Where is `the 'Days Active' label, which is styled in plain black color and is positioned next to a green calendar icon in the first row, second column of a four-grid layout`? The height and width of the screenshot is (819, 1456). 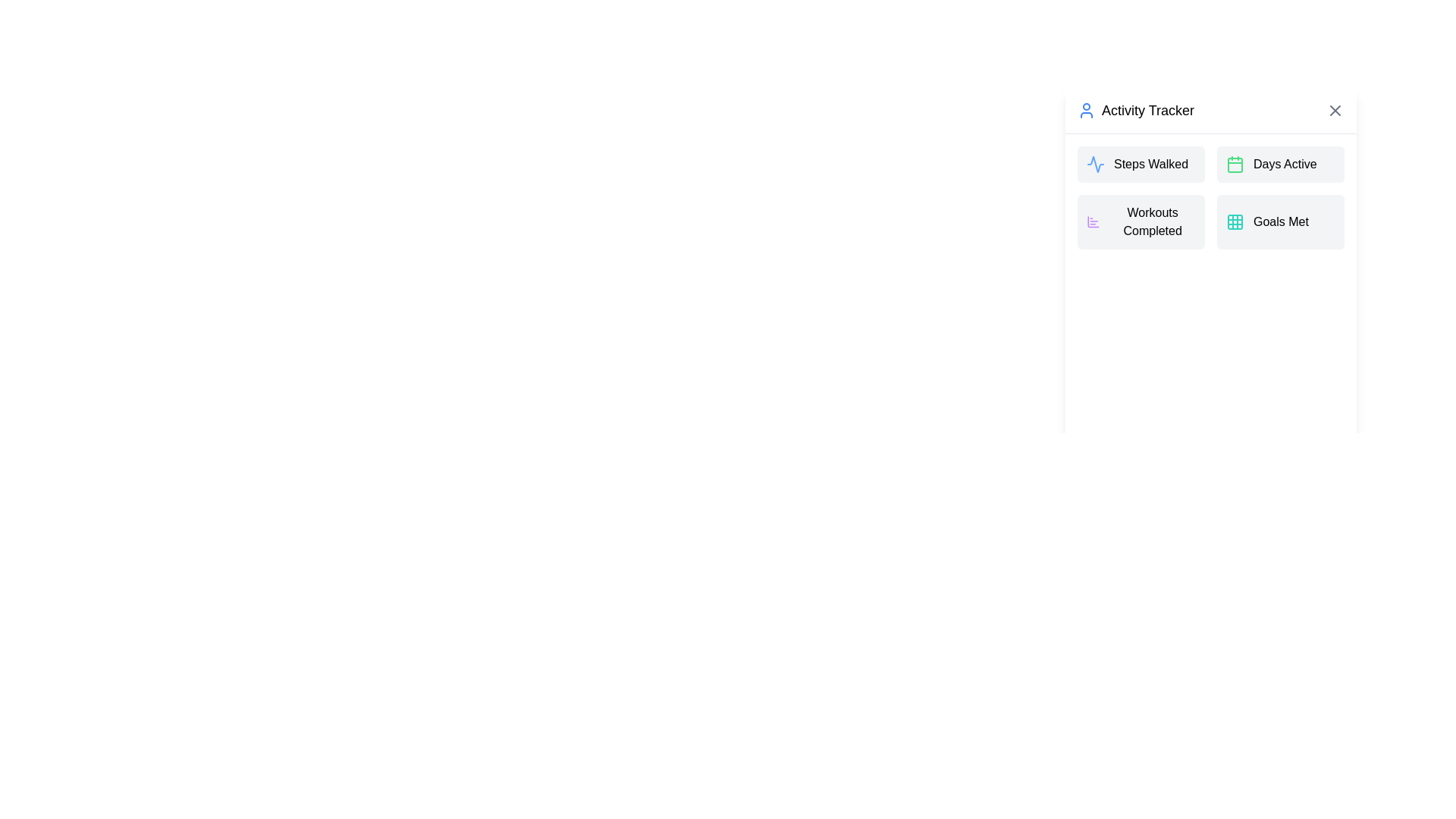 the 'Days Active' label, which is styled in plain black color and is positioned next to a green calendar icon in the first row, second column of a four-grid layout is located at coordinates (1284, 164).